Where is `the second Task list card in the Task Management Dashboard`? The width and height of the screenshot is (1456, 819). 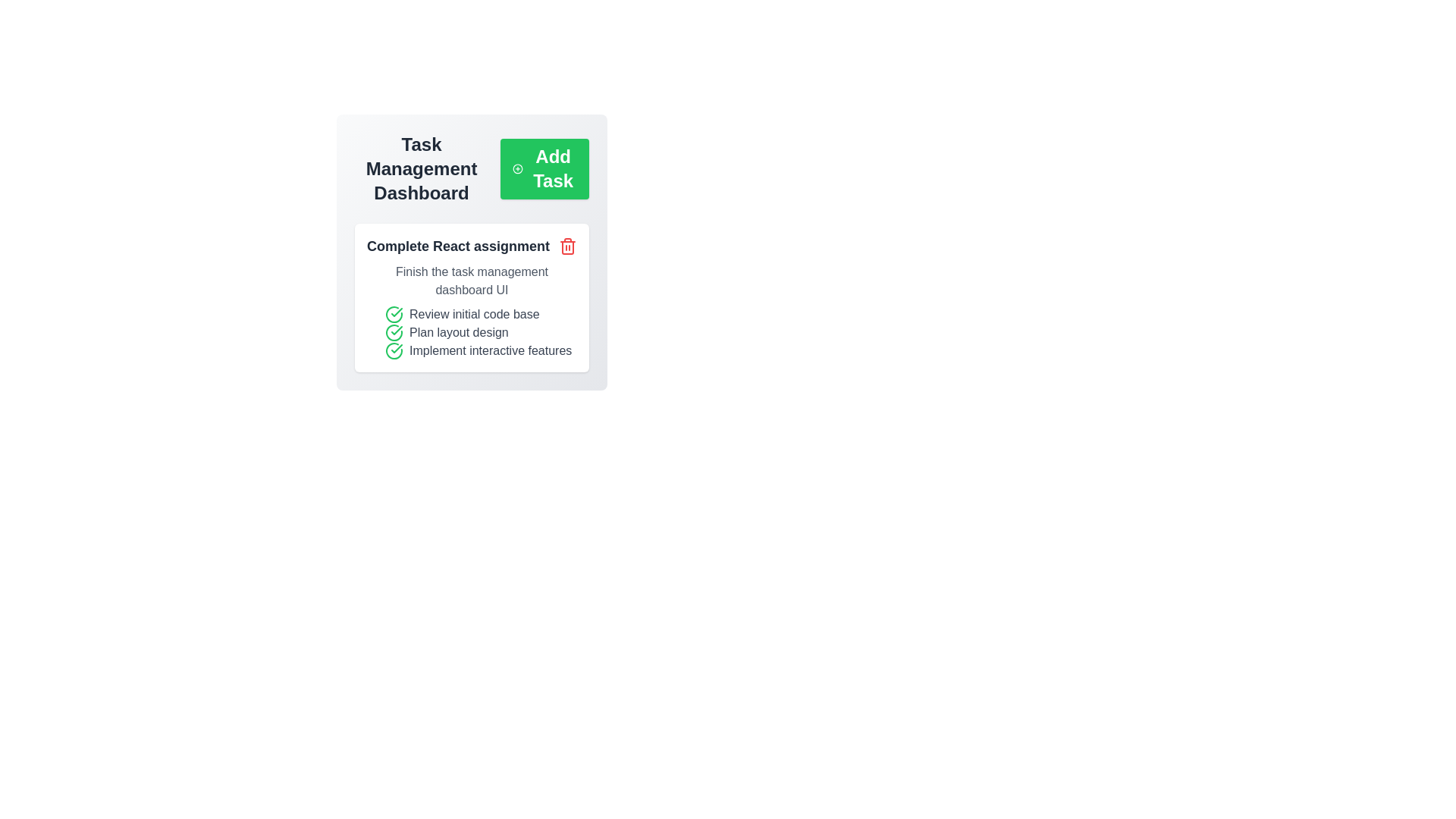 the second Task list card in the Task Management Dashboard is located at coordinates (471, 298).